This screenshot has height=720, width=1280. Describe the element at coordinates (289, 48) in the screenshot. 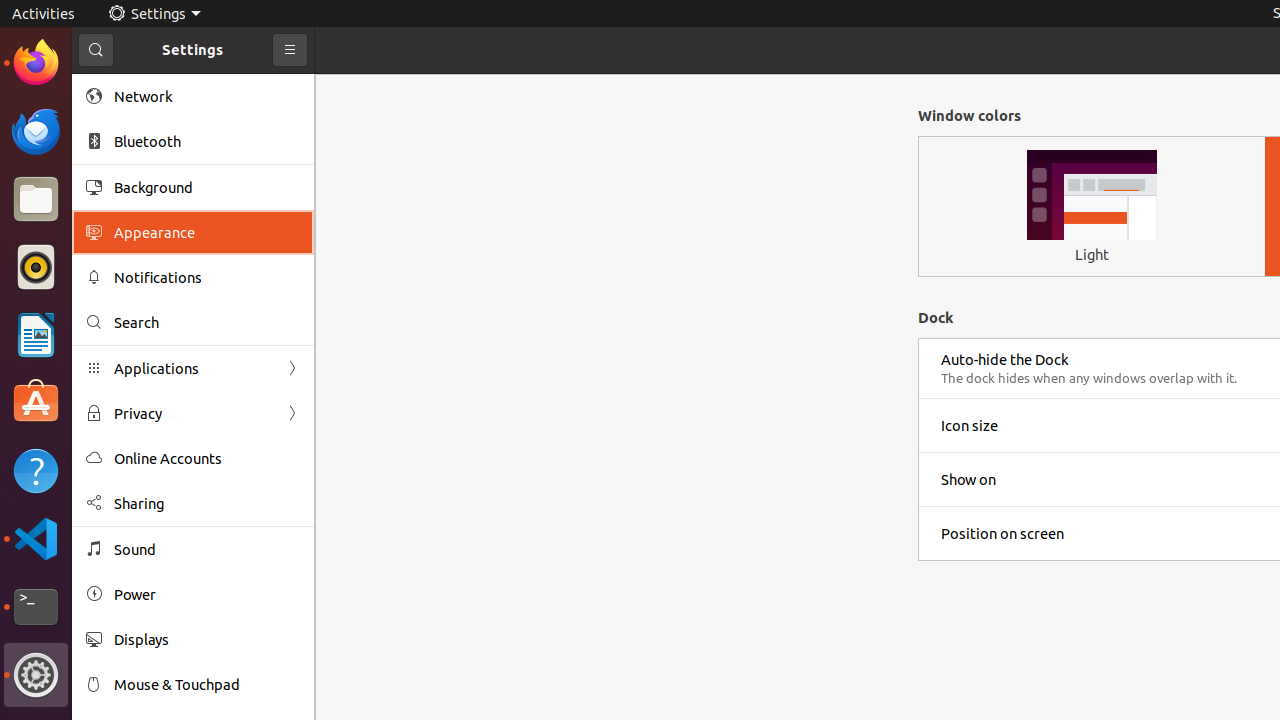

I see `'Primary Menu'` at that location.